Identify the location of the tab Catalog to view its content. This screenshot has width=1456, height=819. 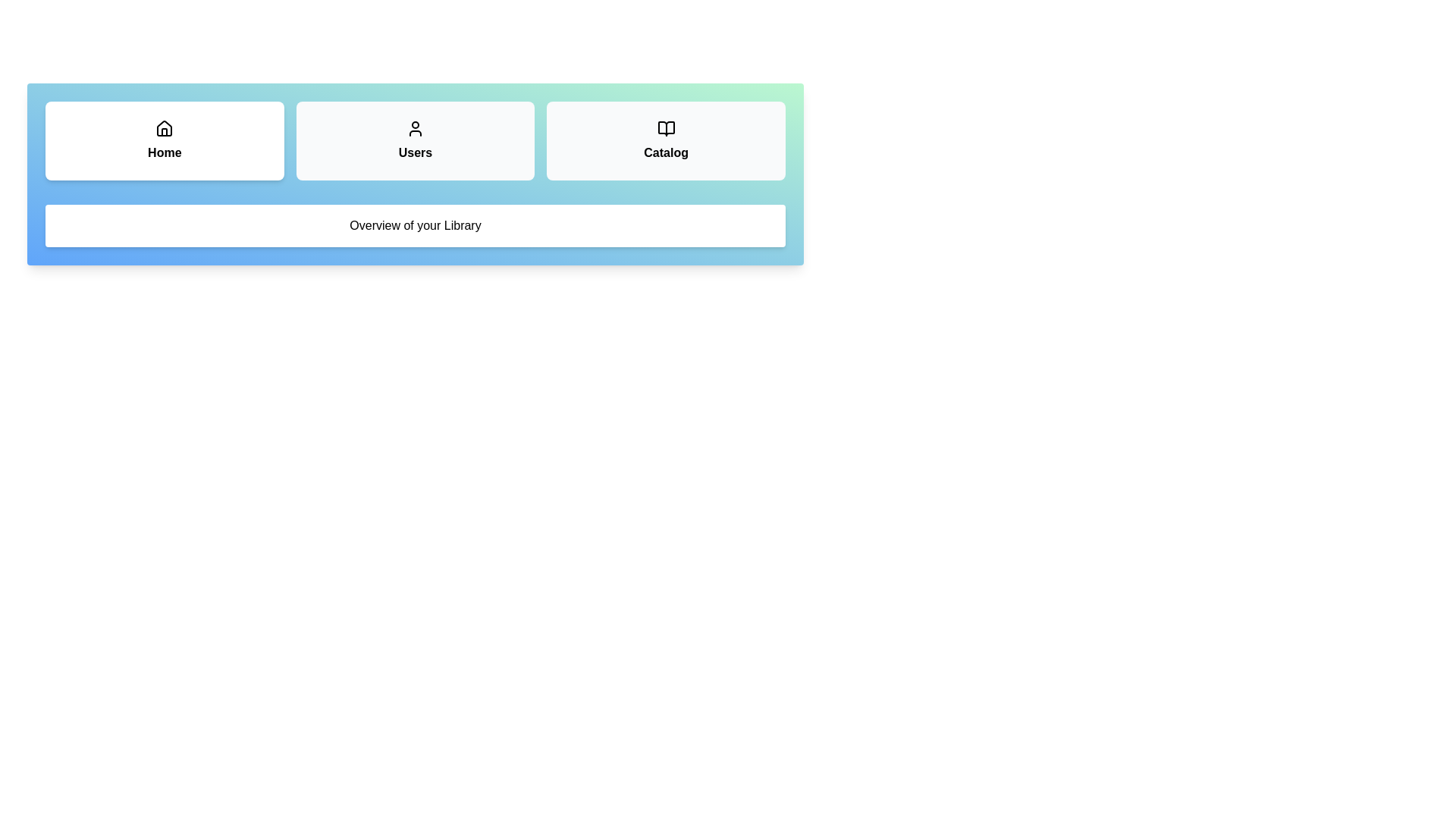
(666, 140).